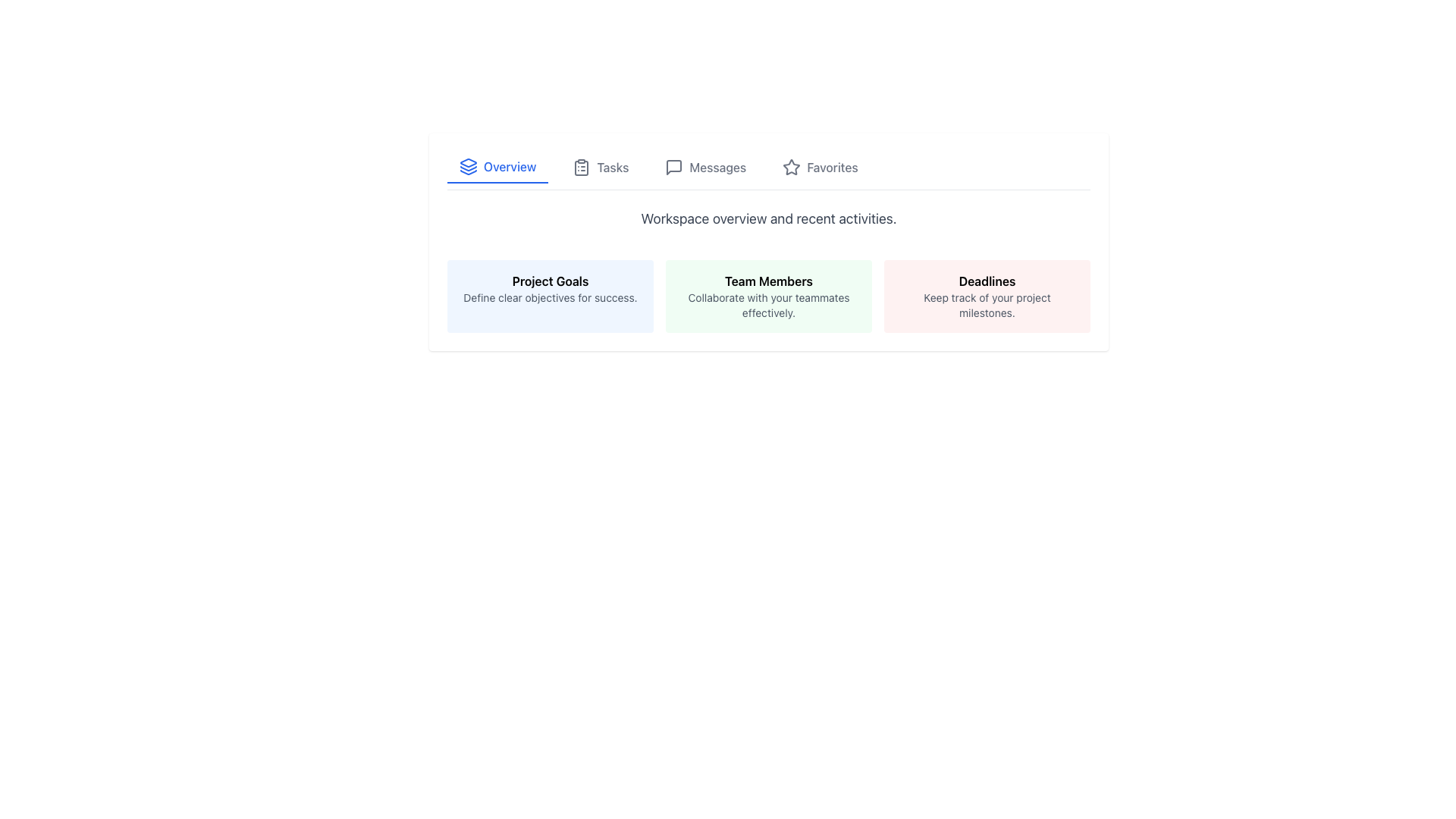 The height and width of the screenshot is (819, 1456). I want to click on the star icon in the top navigation bar, which serves as a visual indicator for 'Favorites', located to the immediate left of the 'Favorites' label, so click(791, 167).